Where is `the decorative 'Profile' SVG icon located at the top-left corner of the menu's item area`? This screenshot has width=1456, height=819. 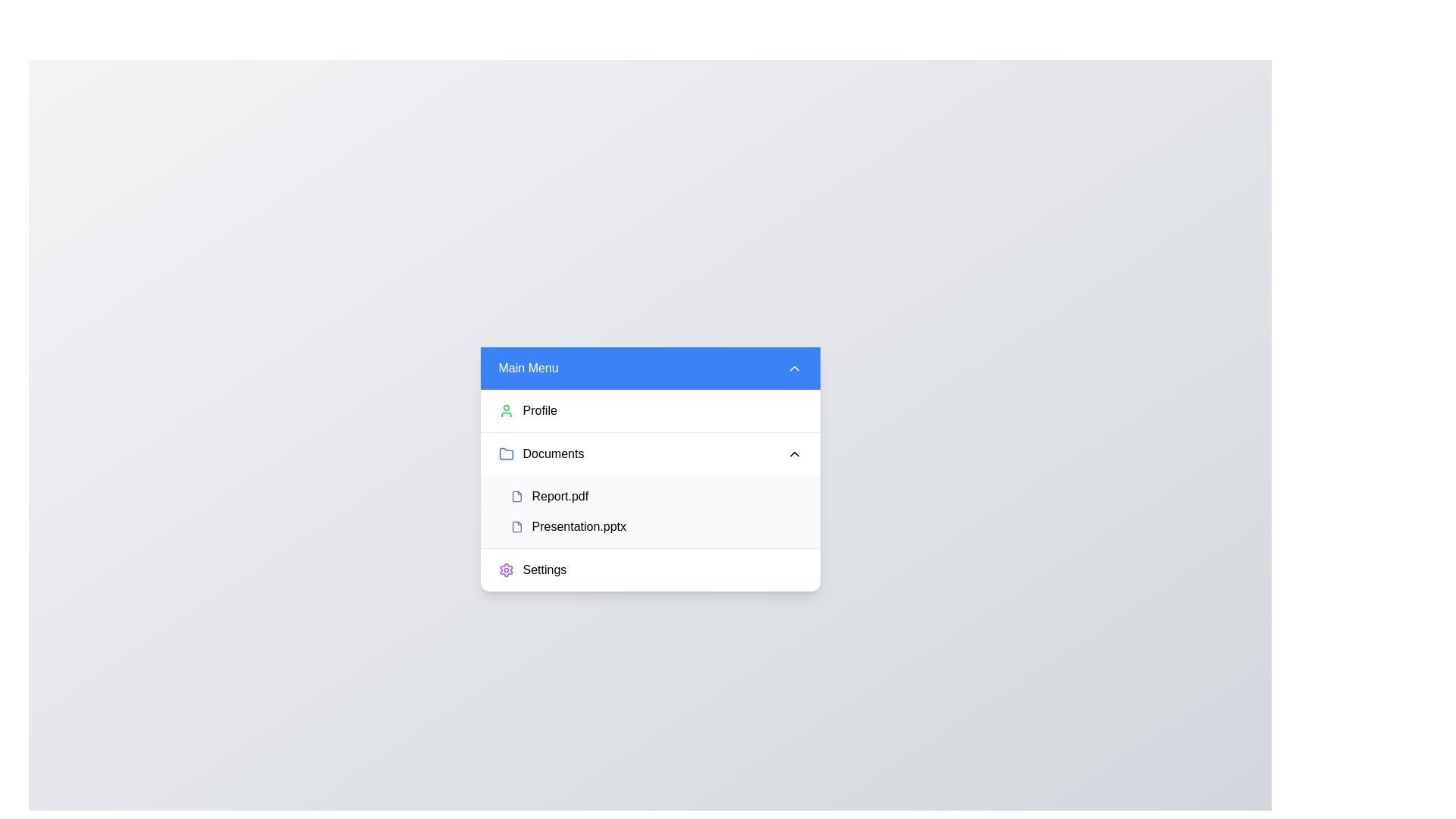 the decorative 'Profile' SVG icon located at the top-left corner of the menu's item area is located at coordinates (506, 411).